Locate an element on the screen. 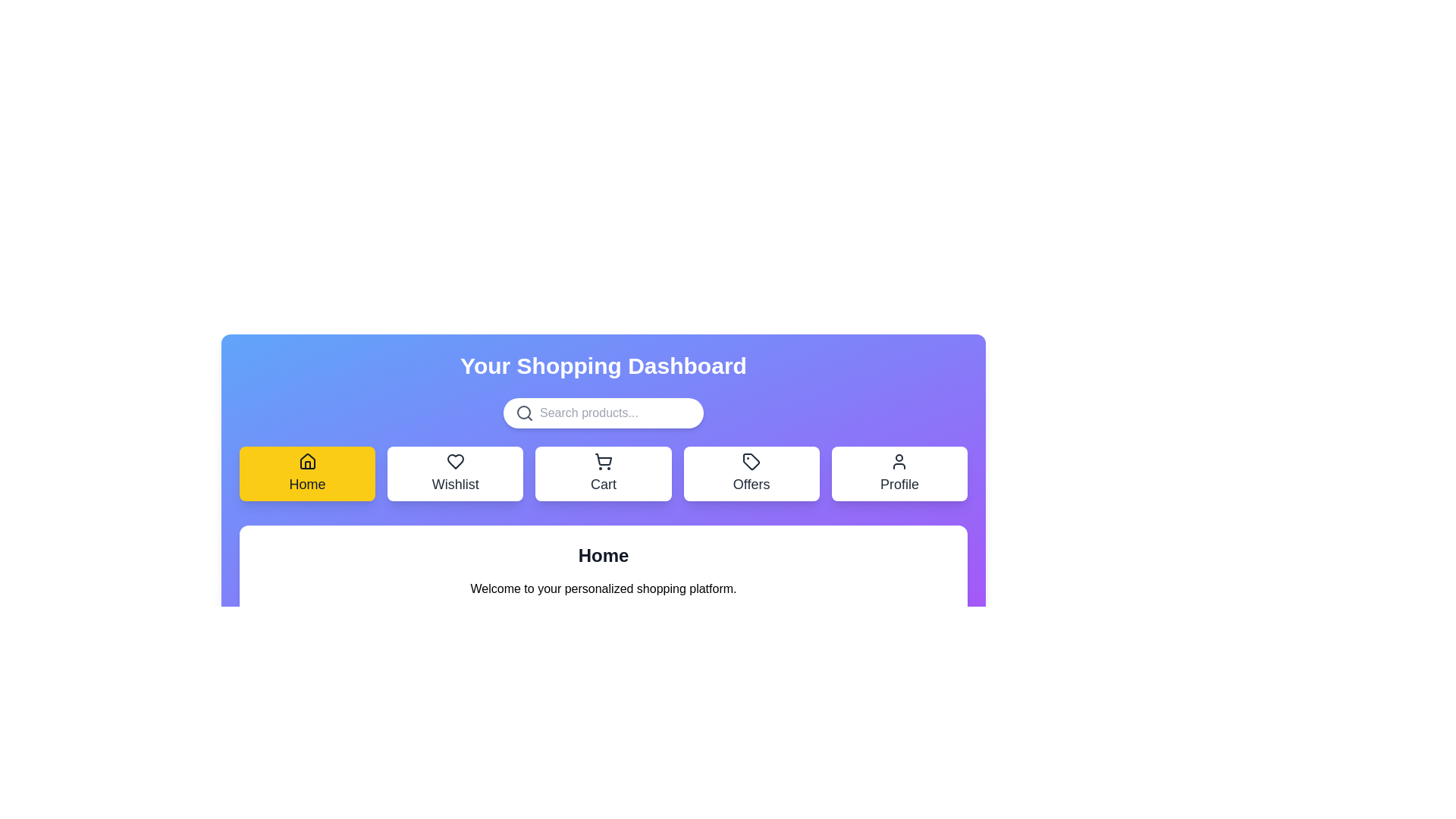 The width and height of the screenshot is (1456, 819). the search icon located at the left of the search bar is located at coordinates (524, 413).